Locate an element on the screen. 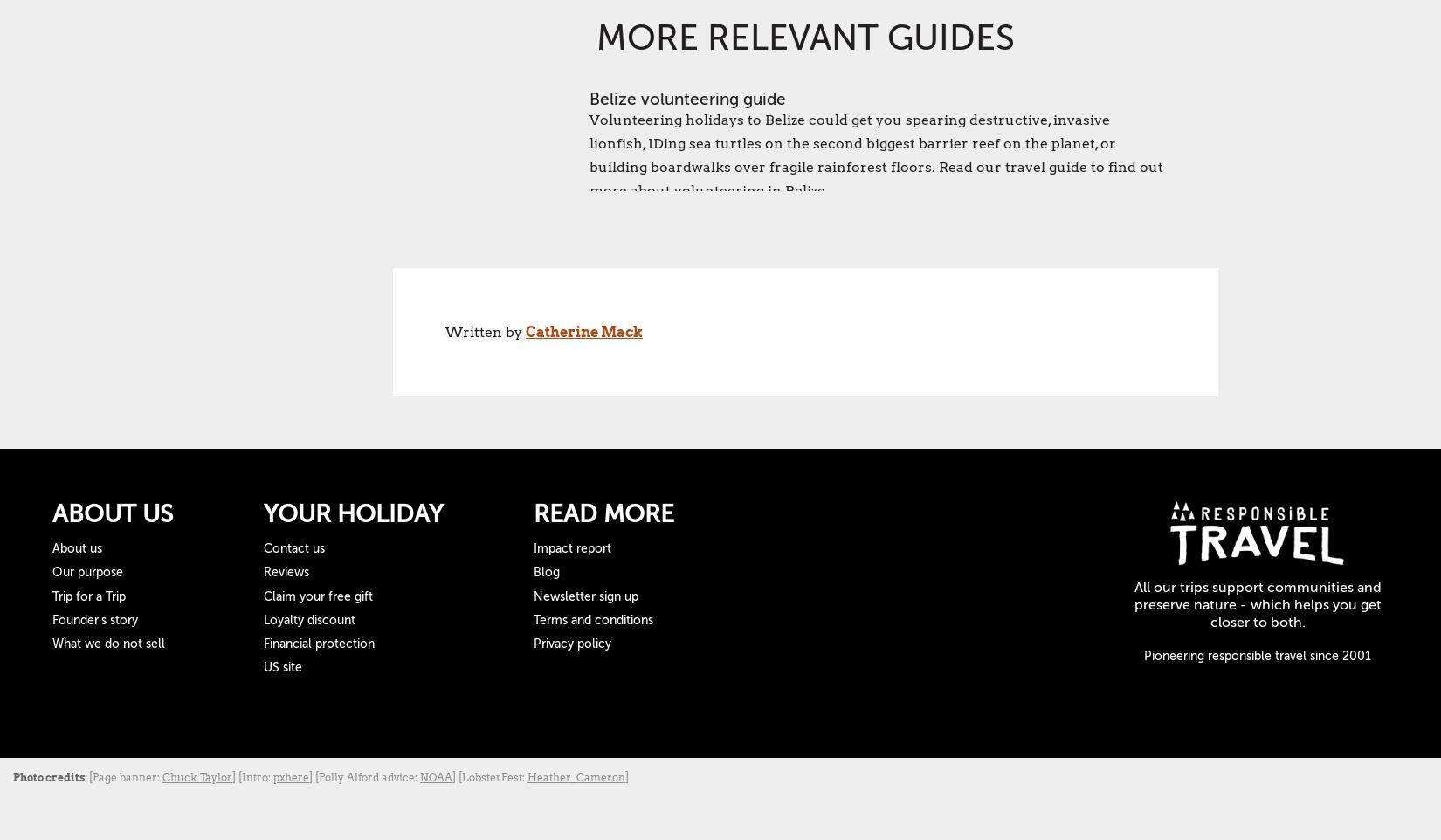 This screenshot has height=840, width=1441. 'US site' is located at coordinates (263, 667).